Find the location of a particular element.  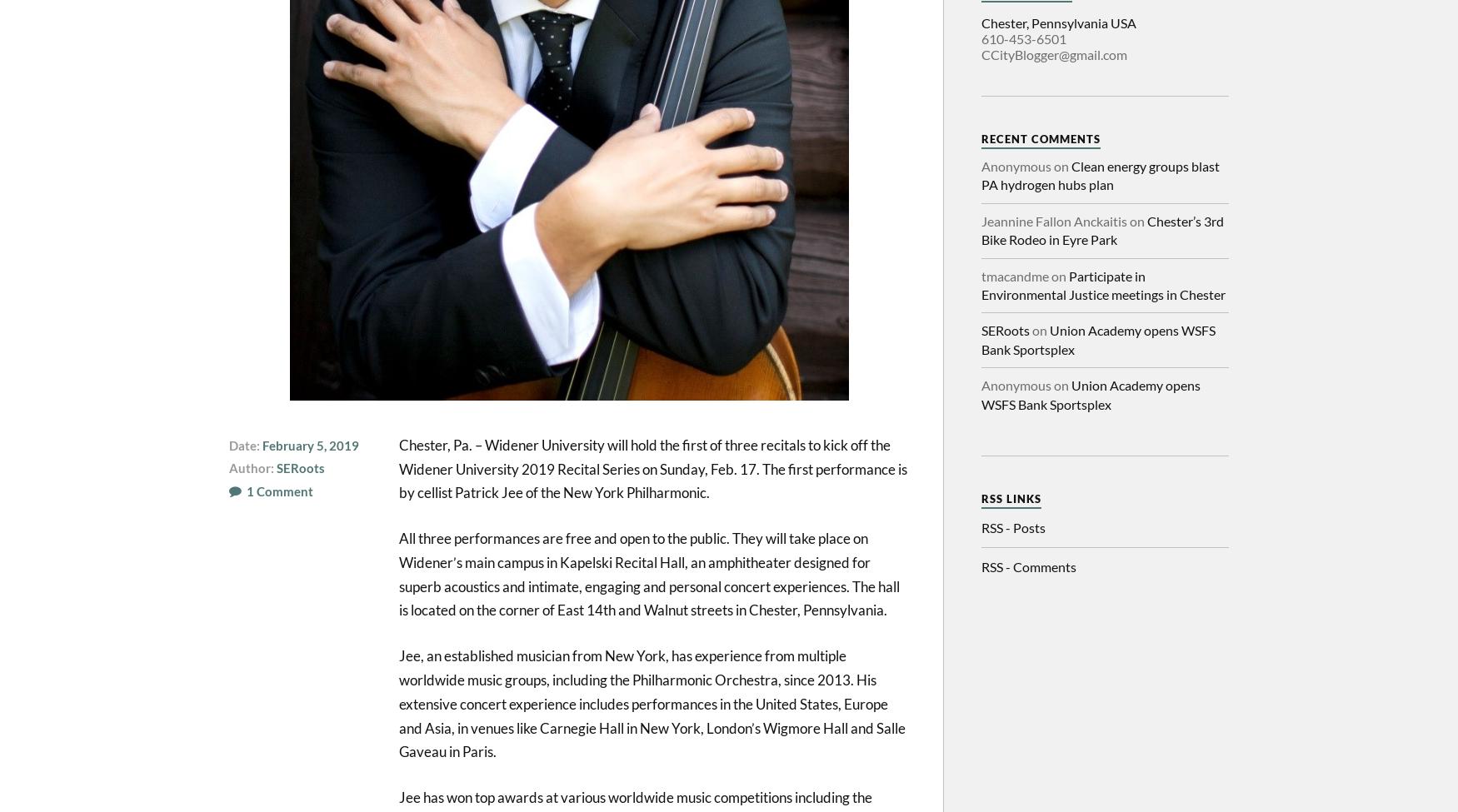

'on' is located at coordinates (1039, 330).